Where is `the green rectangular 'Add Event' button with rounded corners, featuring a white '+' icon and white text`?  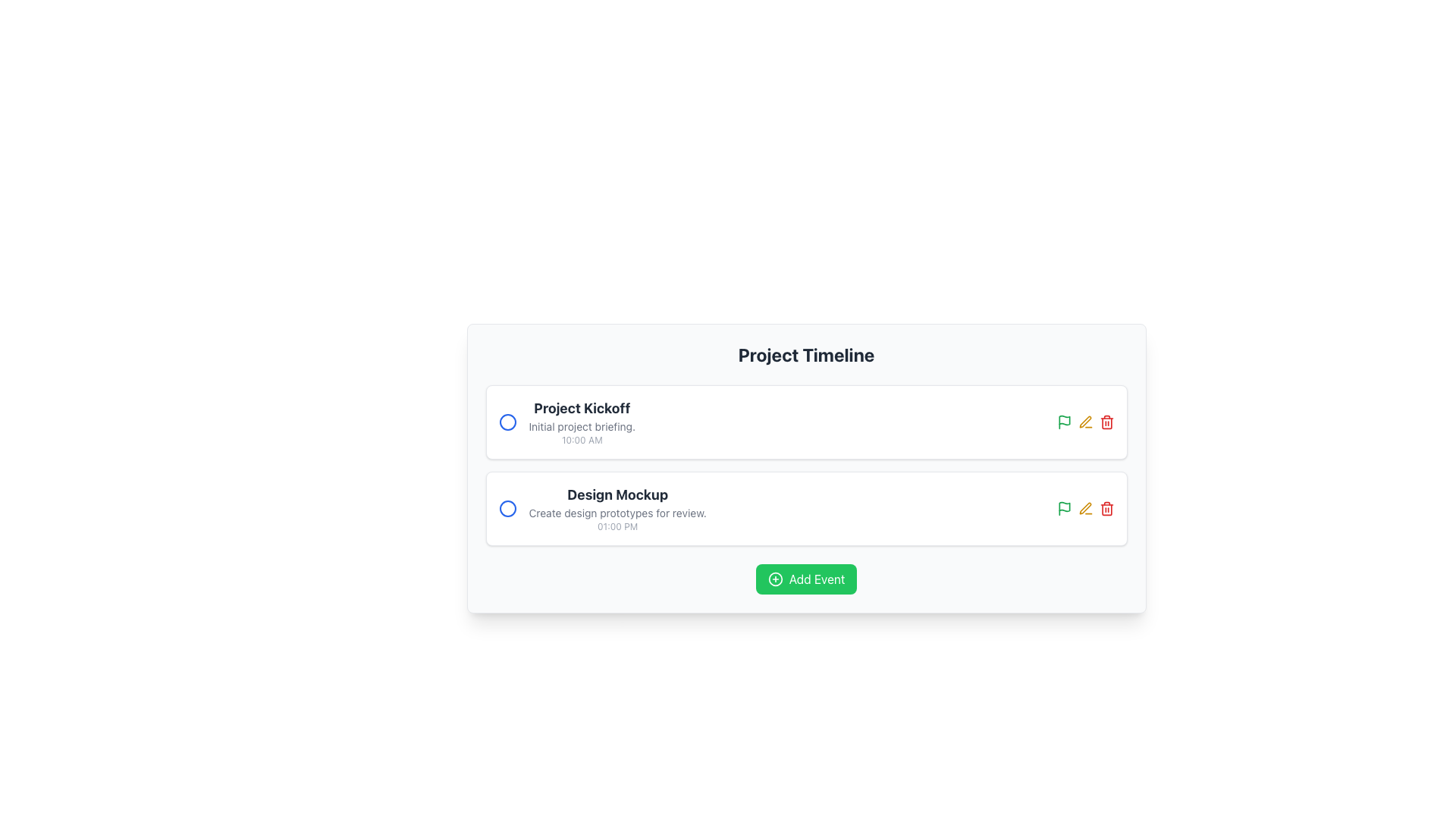
the green rectangular 'Add Event' button with rounded corners, featuring a white '+' icon and white text is located at coordinates (805, 579).